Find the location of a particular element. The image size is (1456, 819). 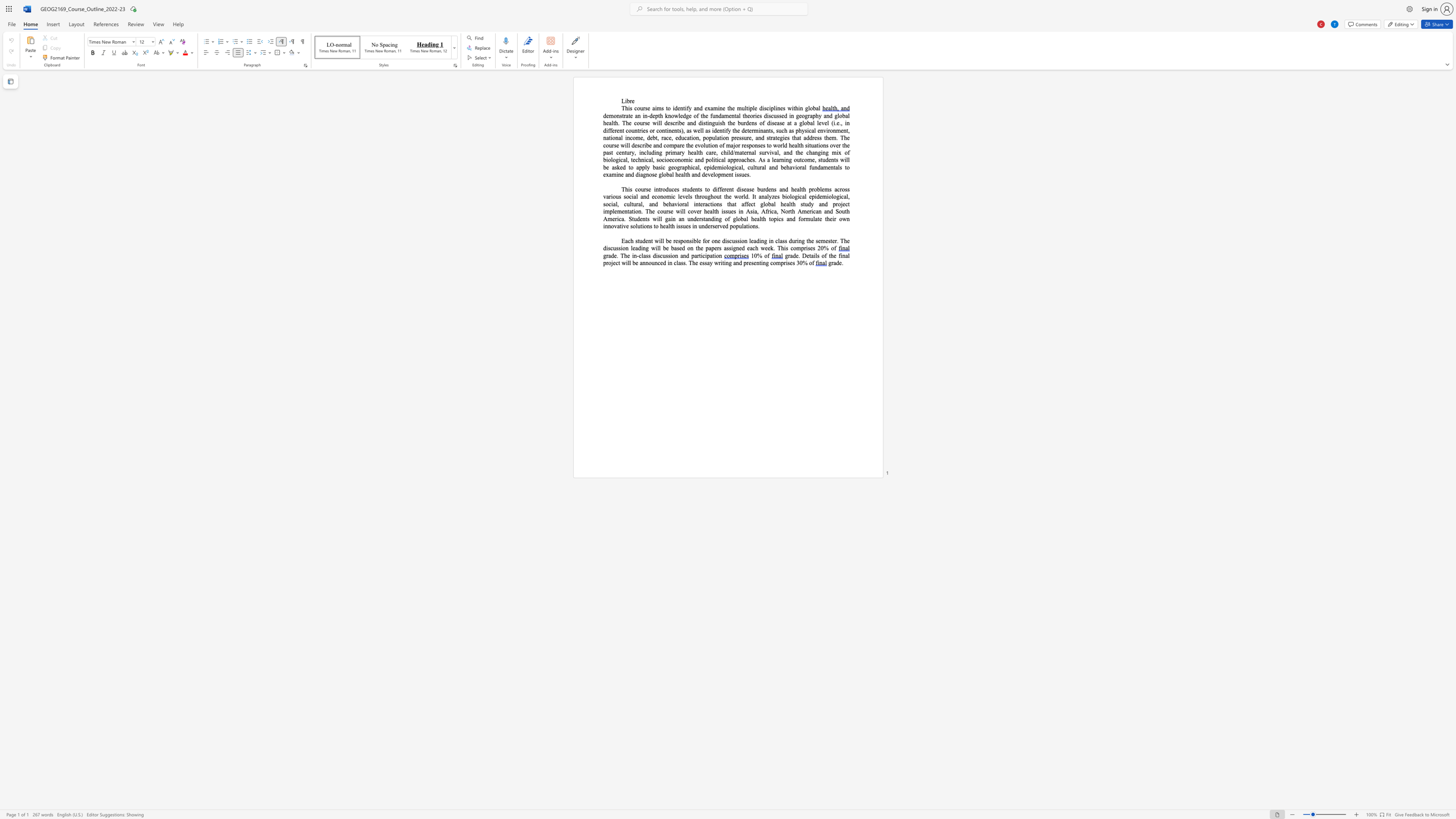

the 2th character "o" in the text is located at coordinates (806, 159).